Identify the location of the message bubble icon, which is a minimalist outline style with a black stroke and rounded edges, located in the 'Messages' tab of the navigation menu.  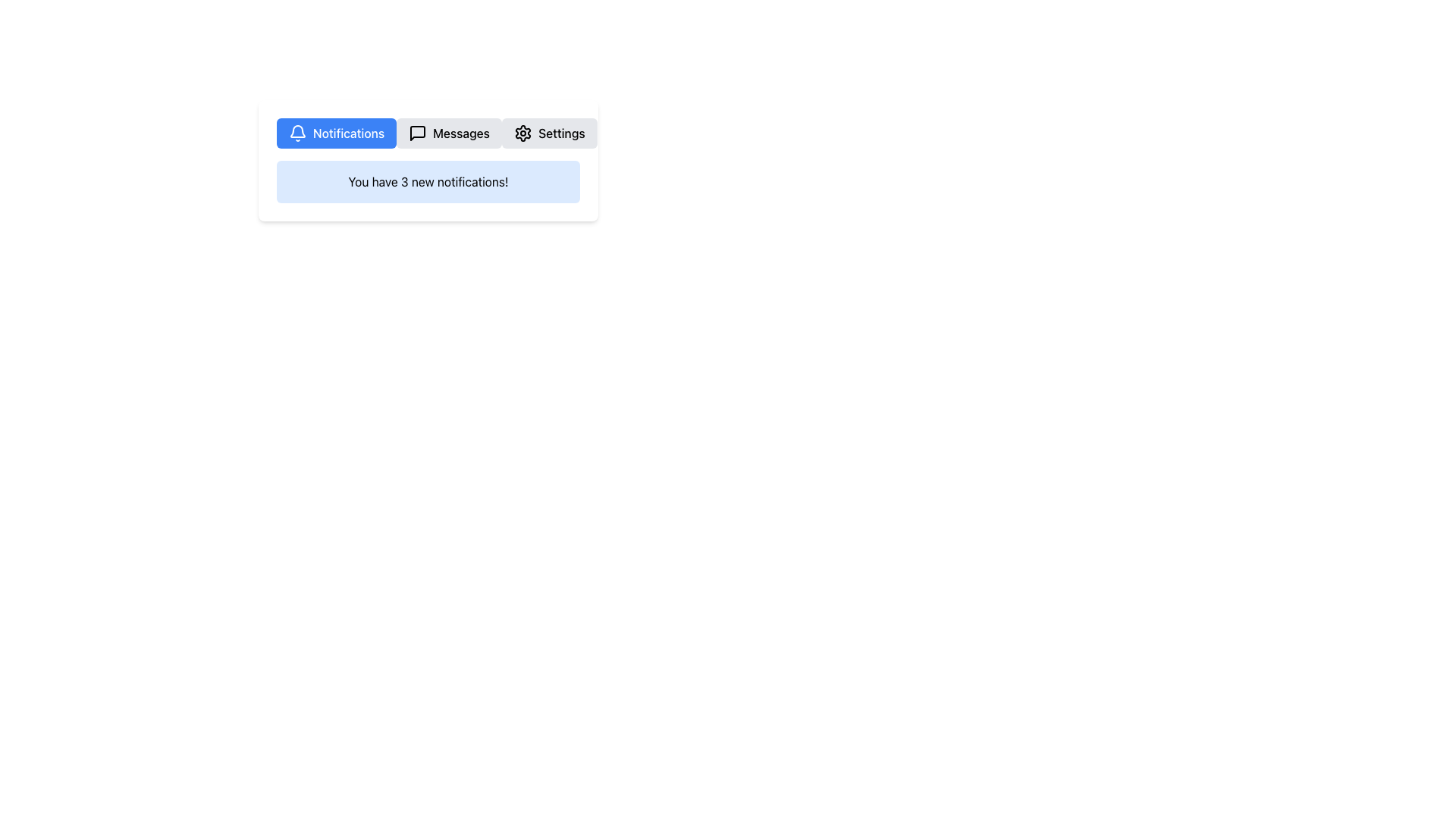
(418, 133).